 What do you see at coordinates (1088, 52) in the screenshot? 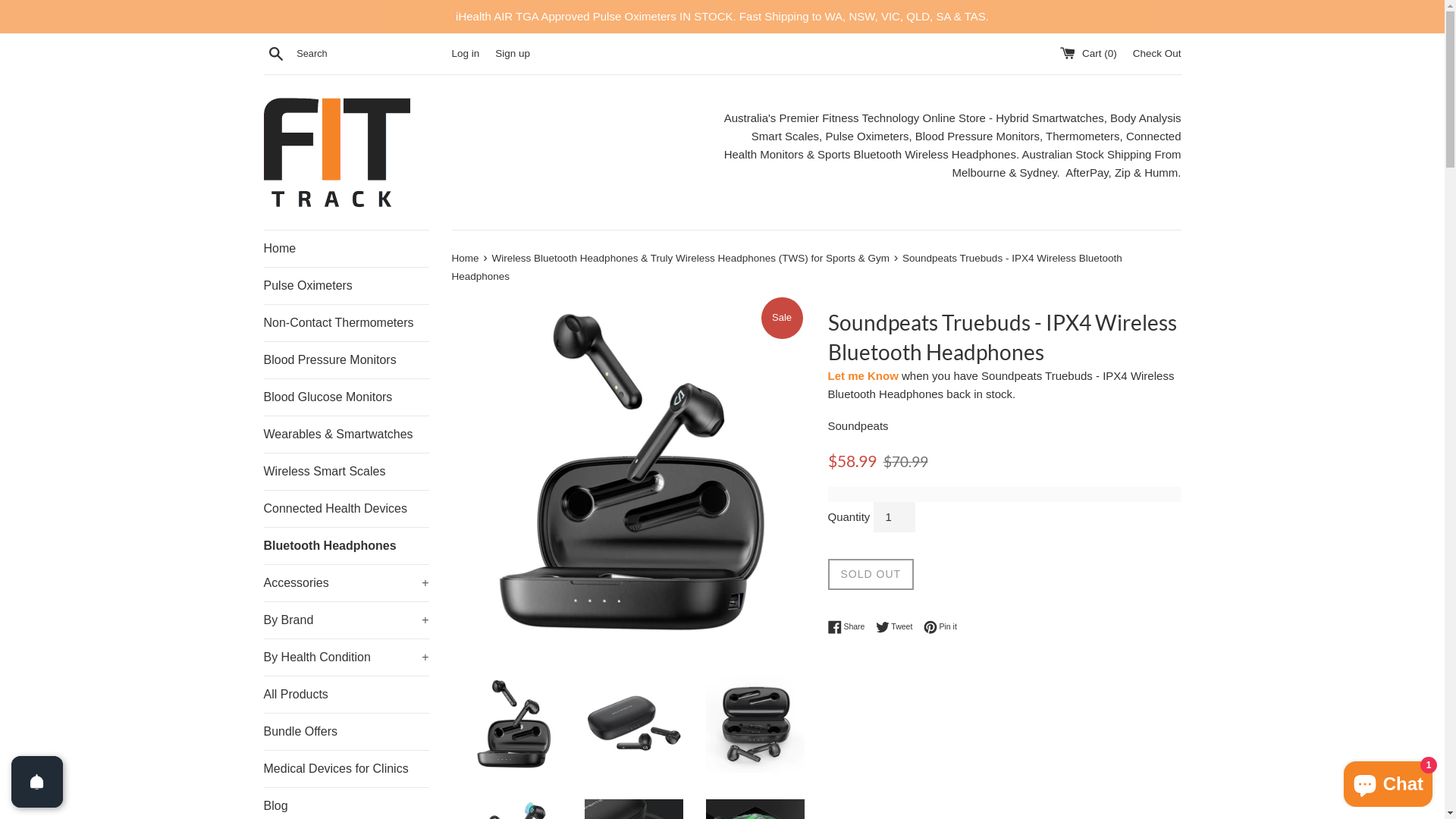
I see `'Cart (0)'` at bounding box center [1088, 52].